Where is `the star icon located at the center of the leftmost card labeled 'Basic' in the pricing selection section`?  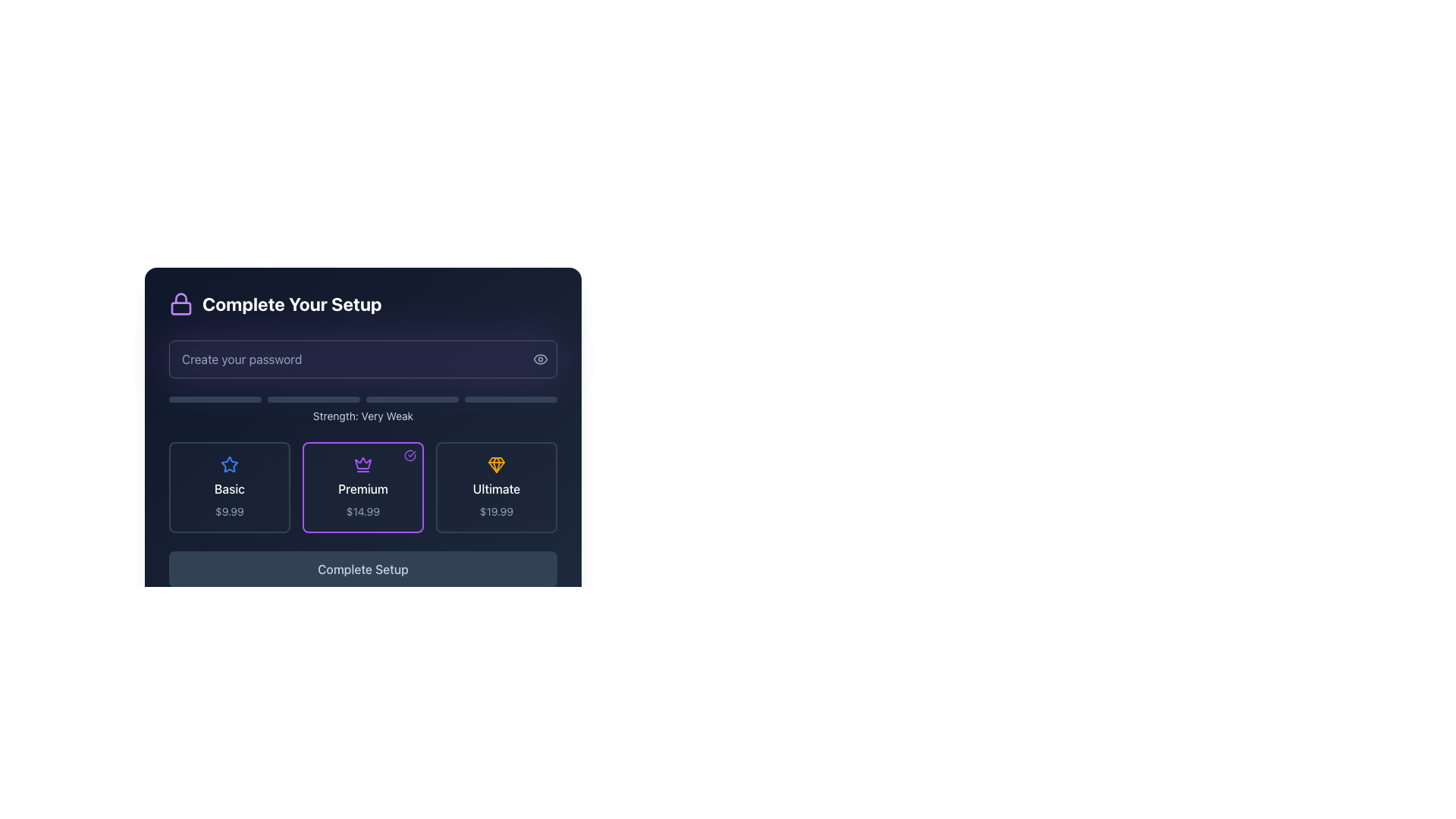
the star icon located at the center of the leftmost card labeled 'Basic' in the pricing selection section is located at coordinates (228, 463).